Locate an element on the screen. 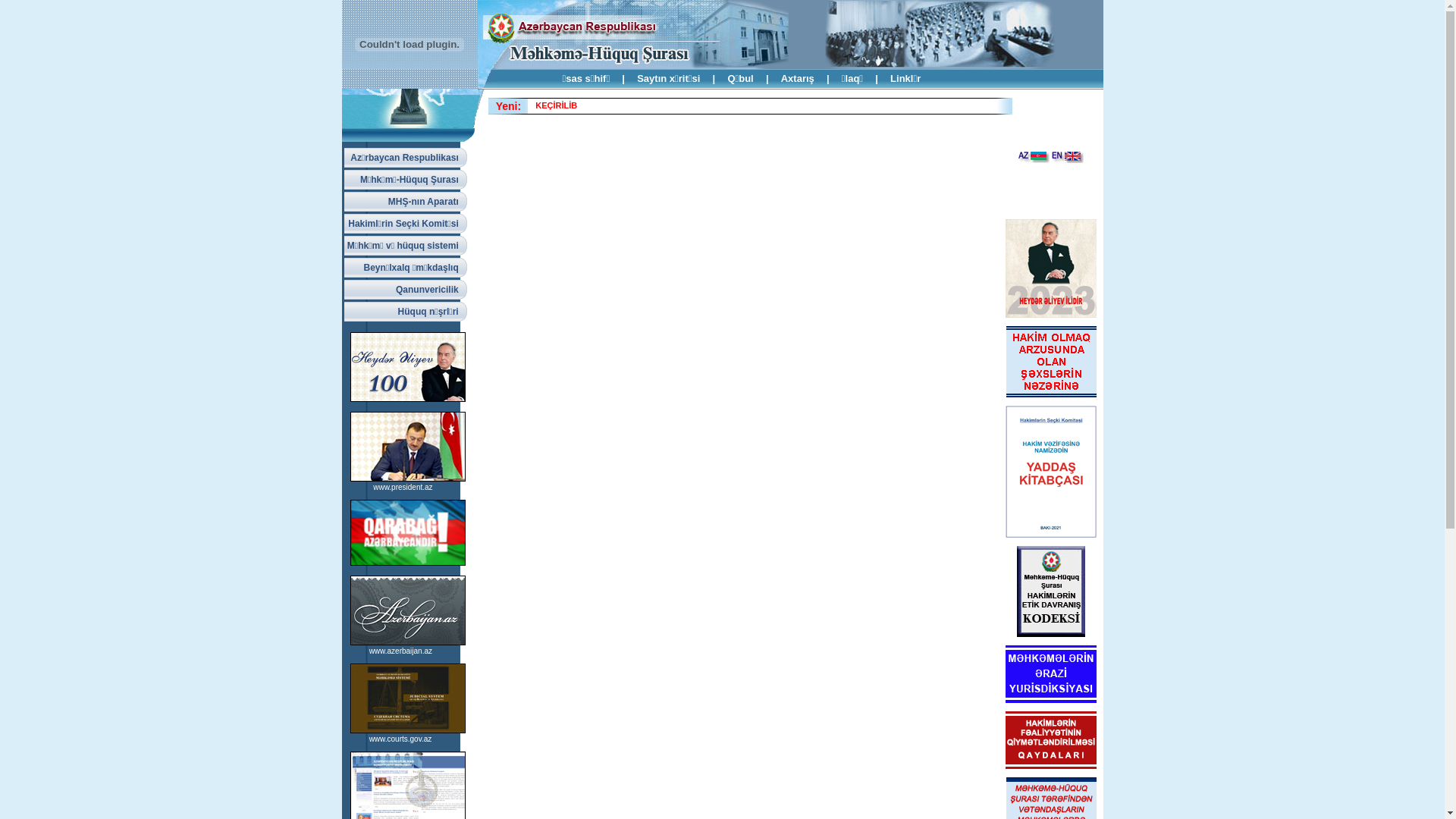 Image resolution: width=1456 pixels, height=819 pixels. 'www.azerbaijan.az' is located at coordinates (400, 650).